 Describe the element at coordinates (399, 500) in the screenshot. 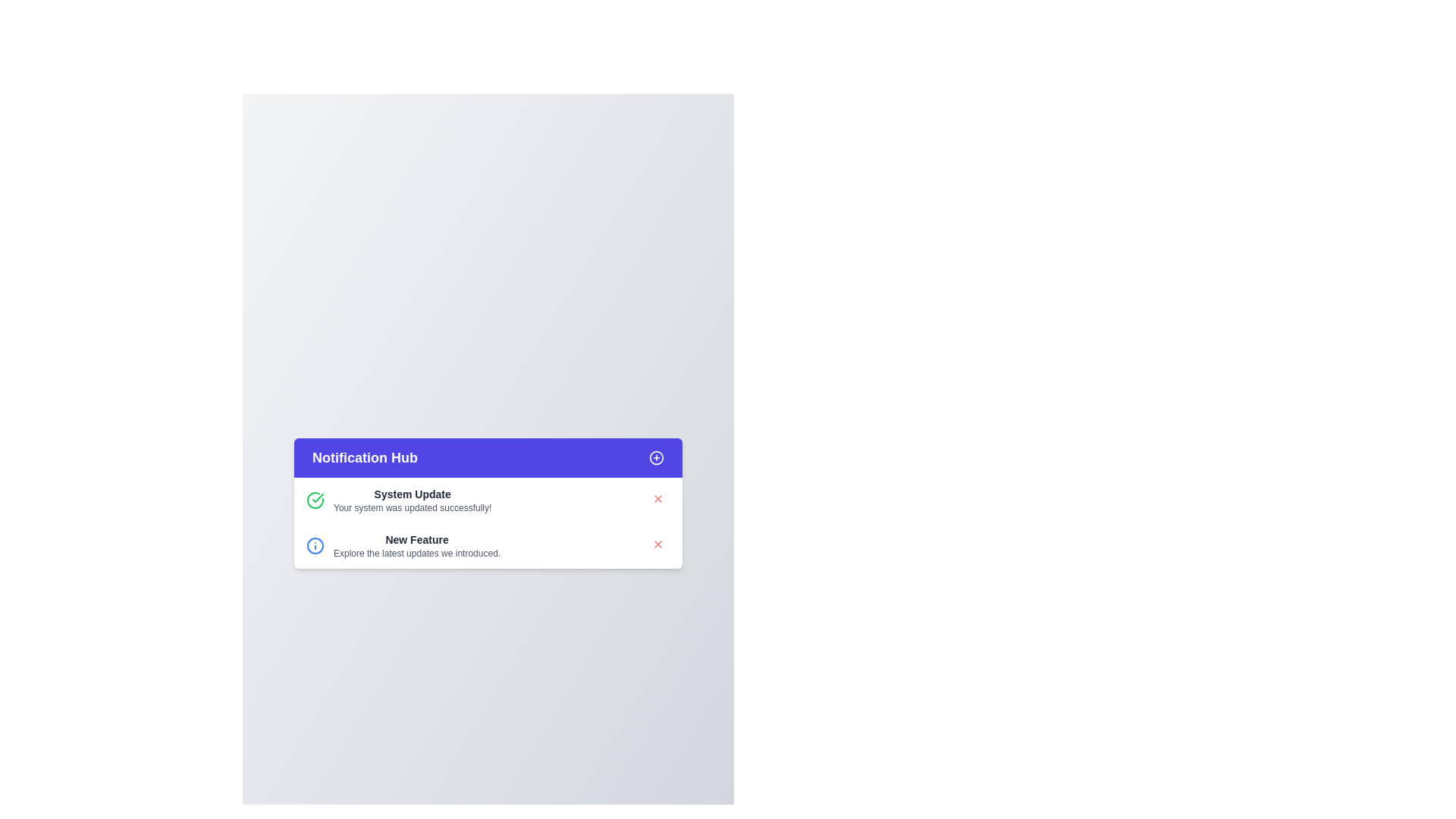

I see `the upper notification in the notification panel that communicates successful completion of a system update, located next to a green check-mark icon` at that location.